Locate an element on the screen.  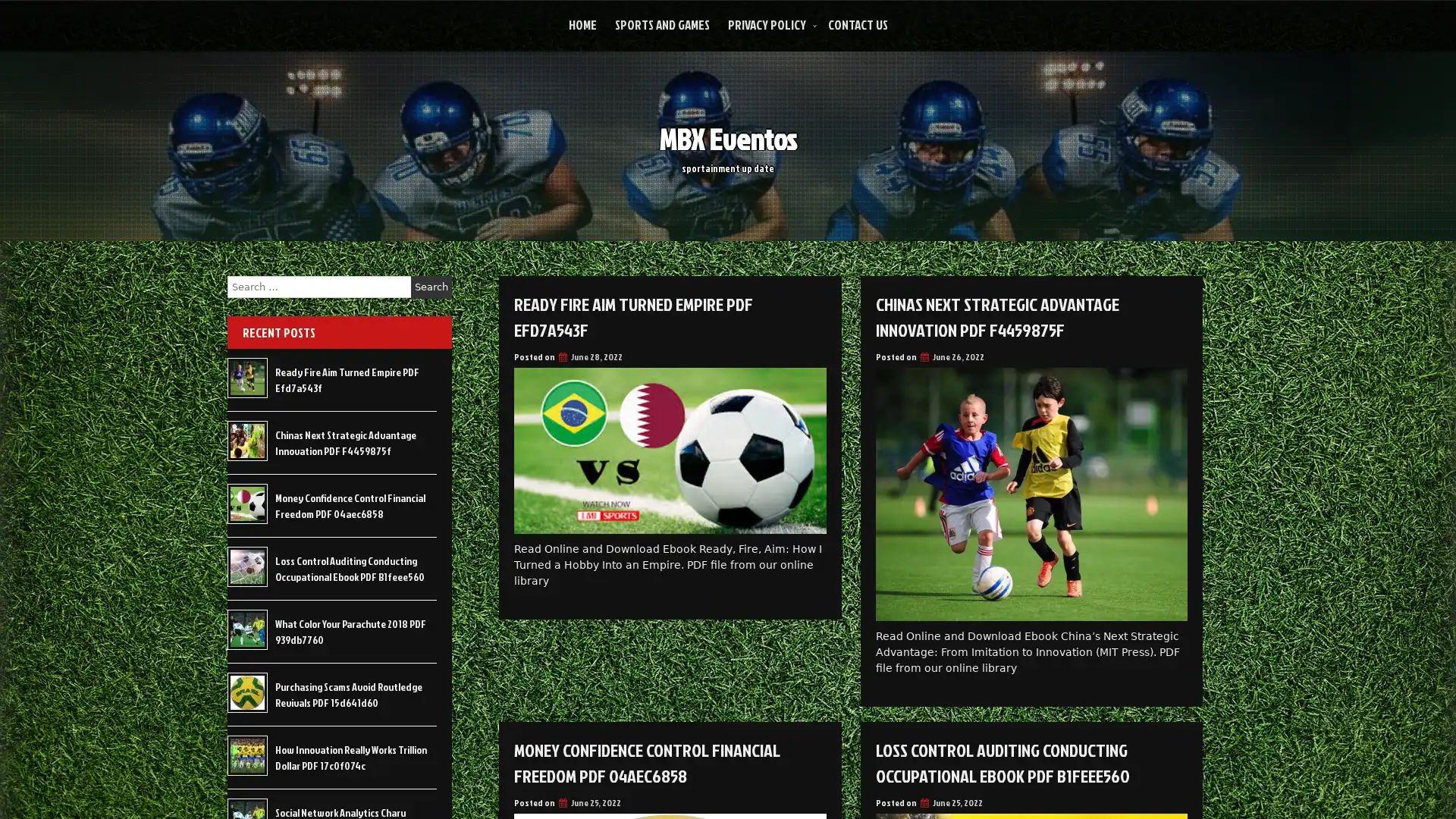
Search is located at coordinates (431, 287).